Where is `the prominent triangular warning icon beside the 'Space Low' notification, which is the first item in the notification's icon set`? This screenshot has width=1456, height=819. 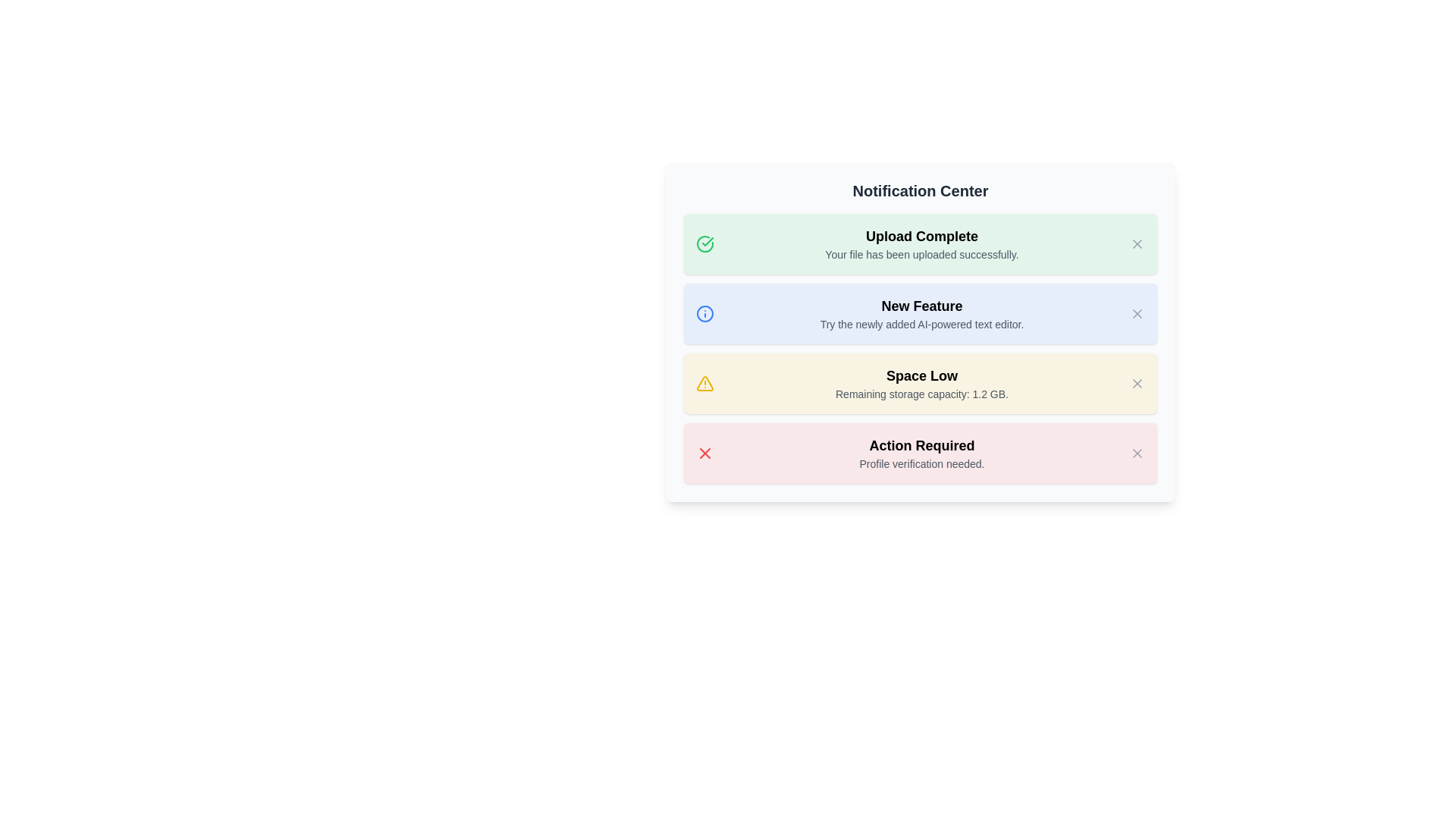 the prominent triangular warning icon beside the 'Space Low' notification, which is the first item in the notification's icon set is located at coordinates (704, 382).